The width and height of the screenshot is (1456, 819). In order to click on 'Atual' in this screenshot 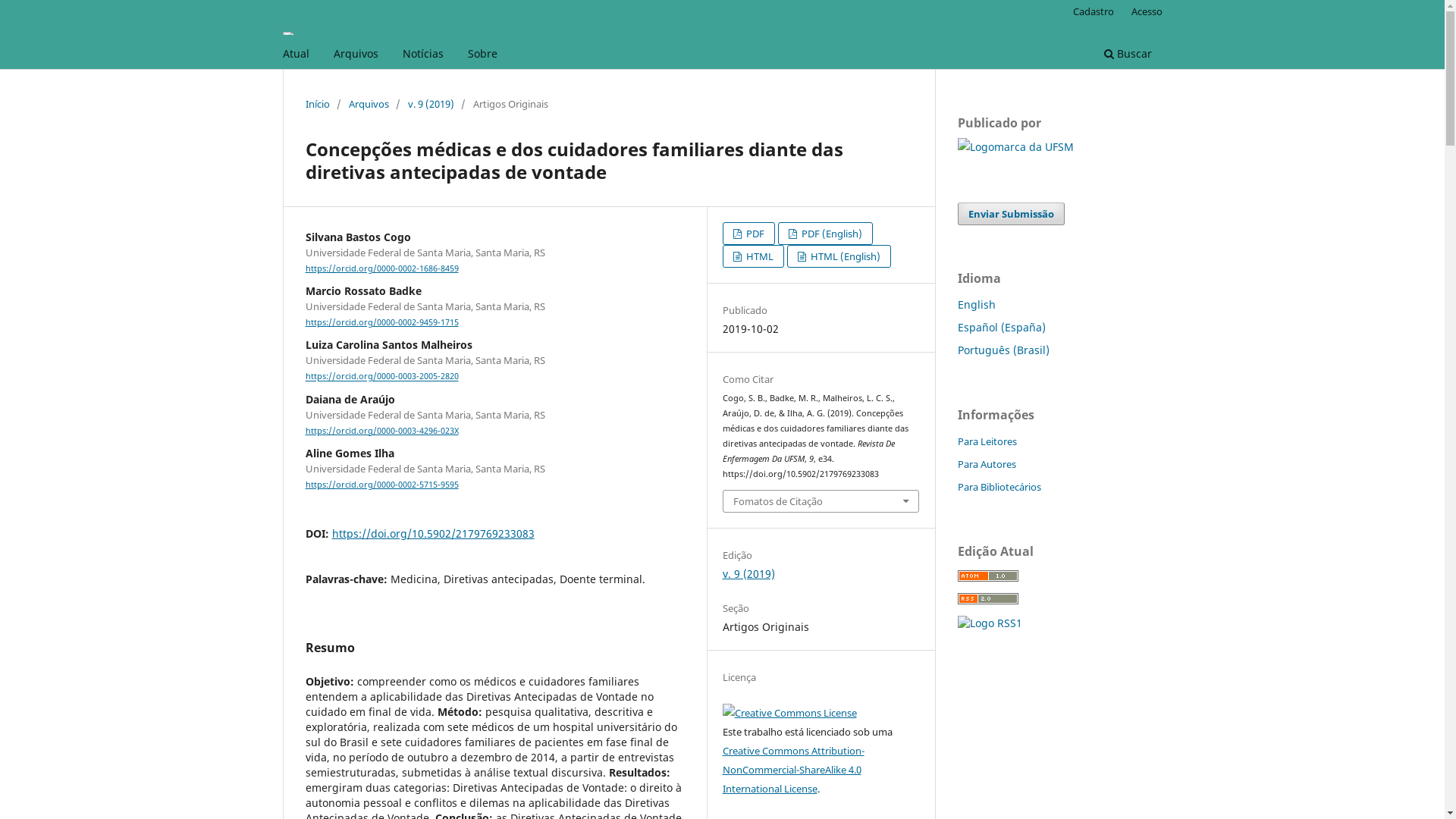, I will do `click(296, 55)`.